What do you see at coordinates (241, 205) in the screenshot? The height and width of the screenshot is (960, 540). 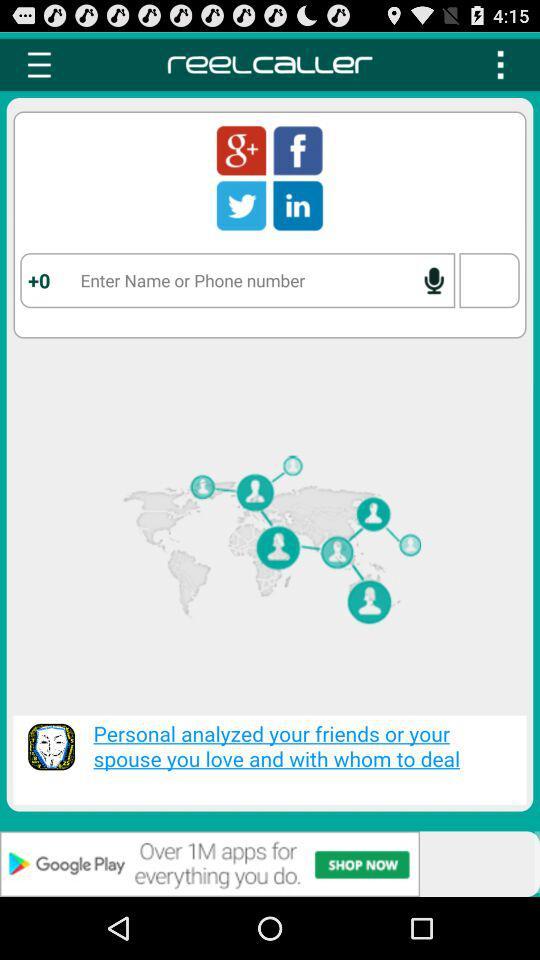 I see `twitter logo` at bounding box center [241, 205].